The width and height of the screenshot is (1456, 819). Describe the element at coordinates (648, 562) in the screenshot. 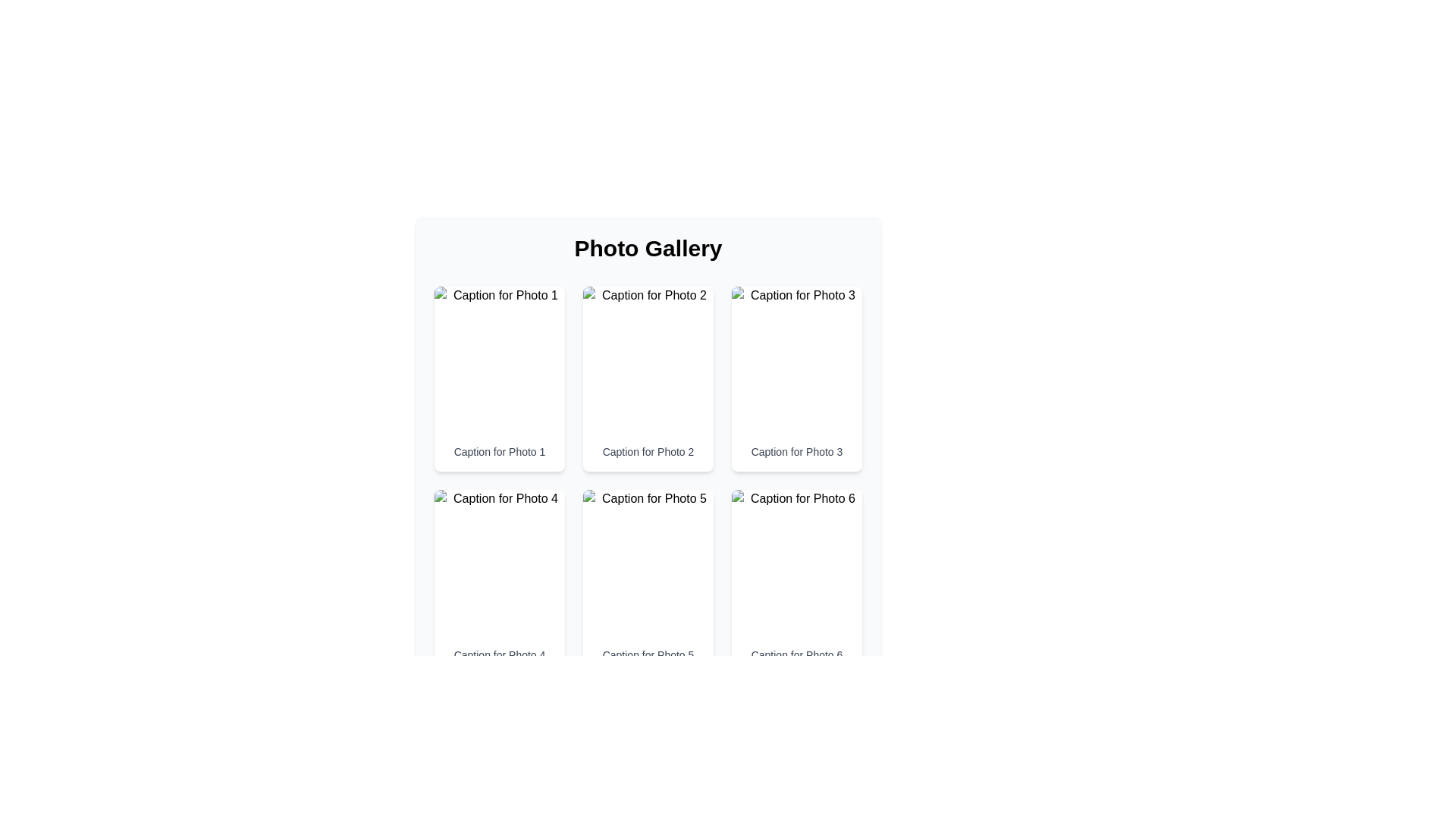

I see `the image element displaying 'Photo5', which is located at the top of the card in the second row, middle column of the grid layout` at that location.